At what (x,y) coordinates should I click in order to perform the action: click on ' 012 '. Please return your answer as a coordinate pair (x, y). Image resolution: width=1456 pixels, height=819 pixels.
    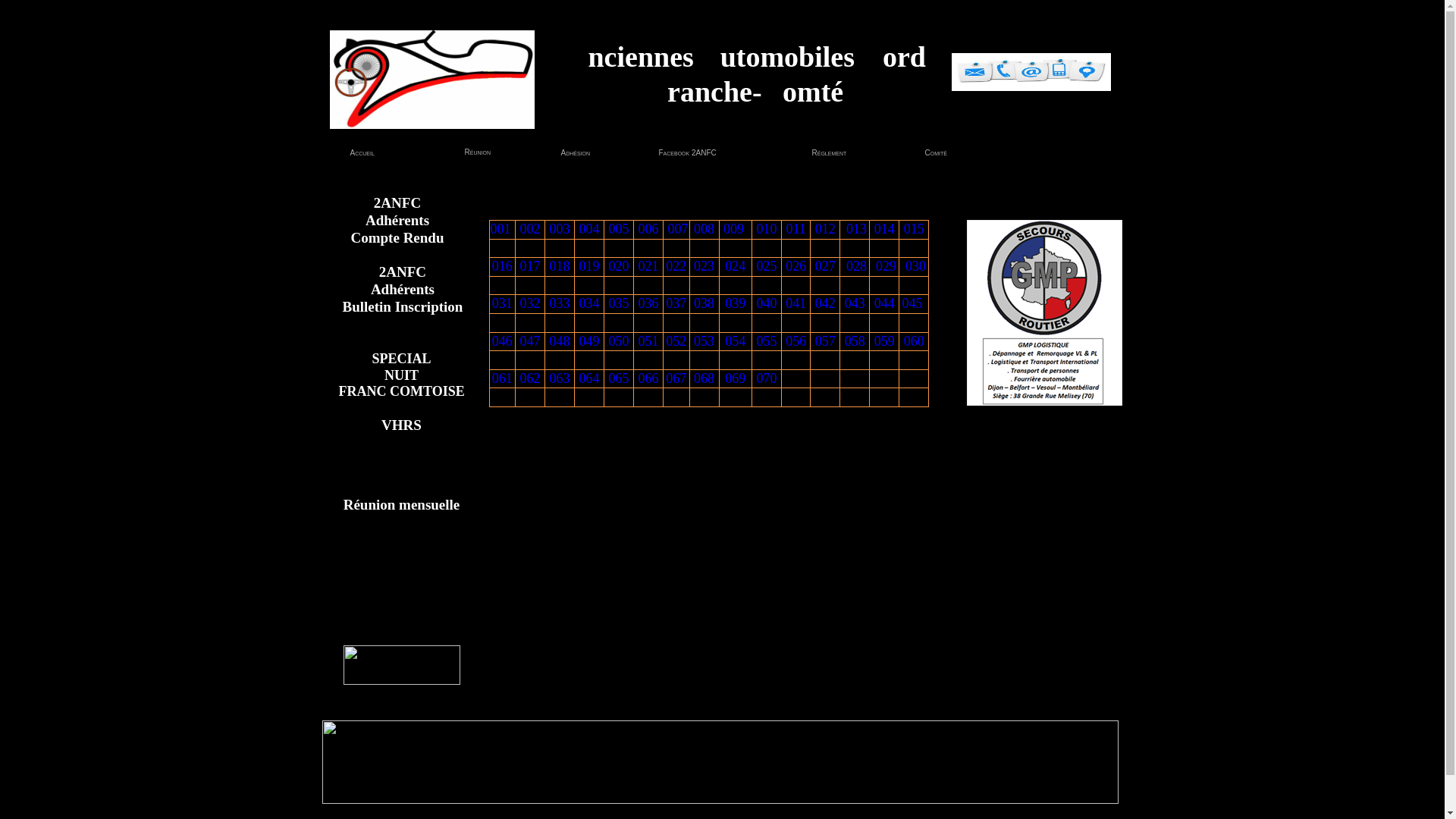
    Looking at the image, I should click on (824, 228).